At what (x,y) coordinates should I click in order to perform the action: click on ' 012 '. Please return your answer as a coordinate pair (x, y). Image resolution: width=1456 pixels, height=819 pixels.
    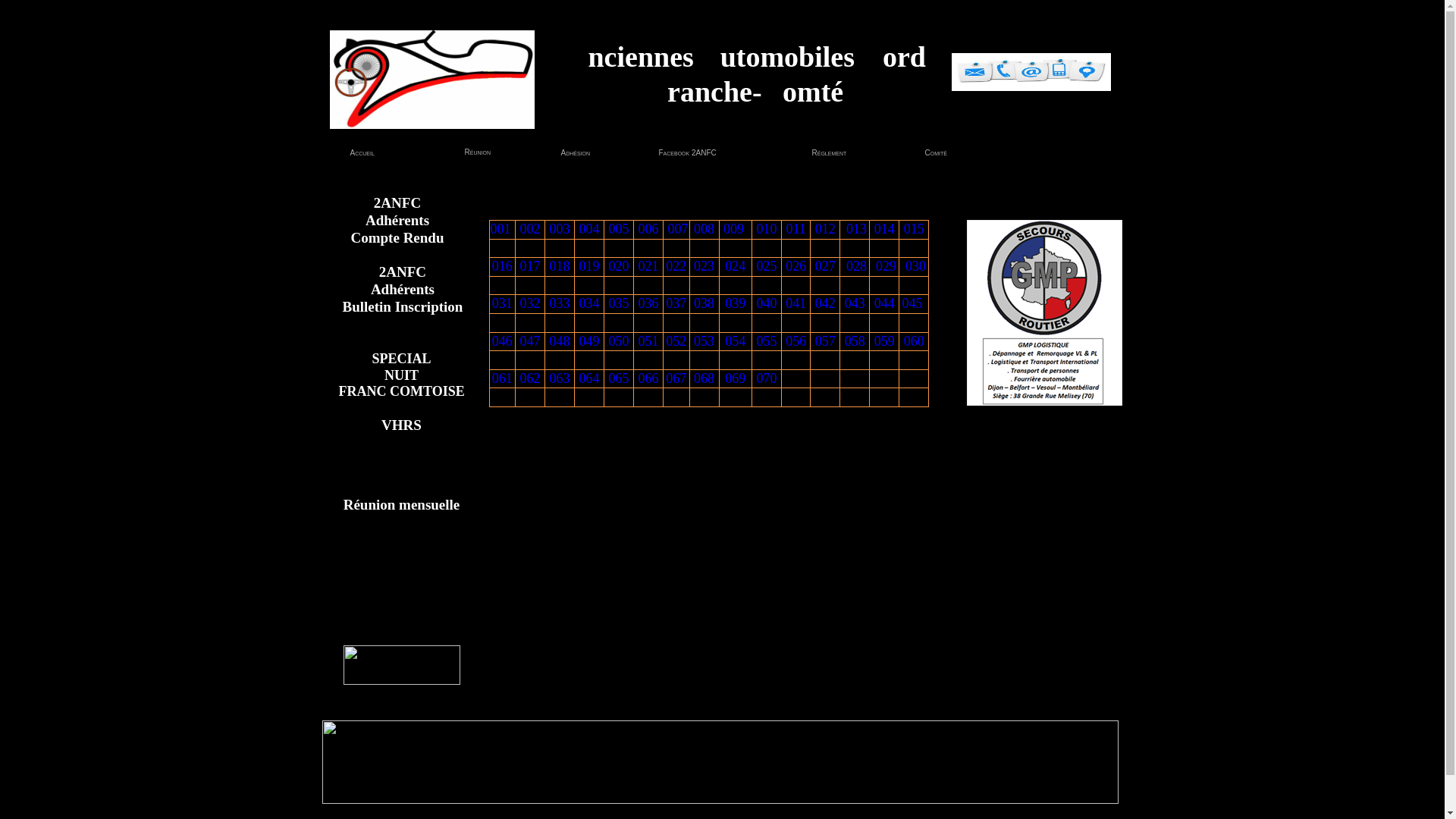
    Looking at the image, I should click on (824, 228).